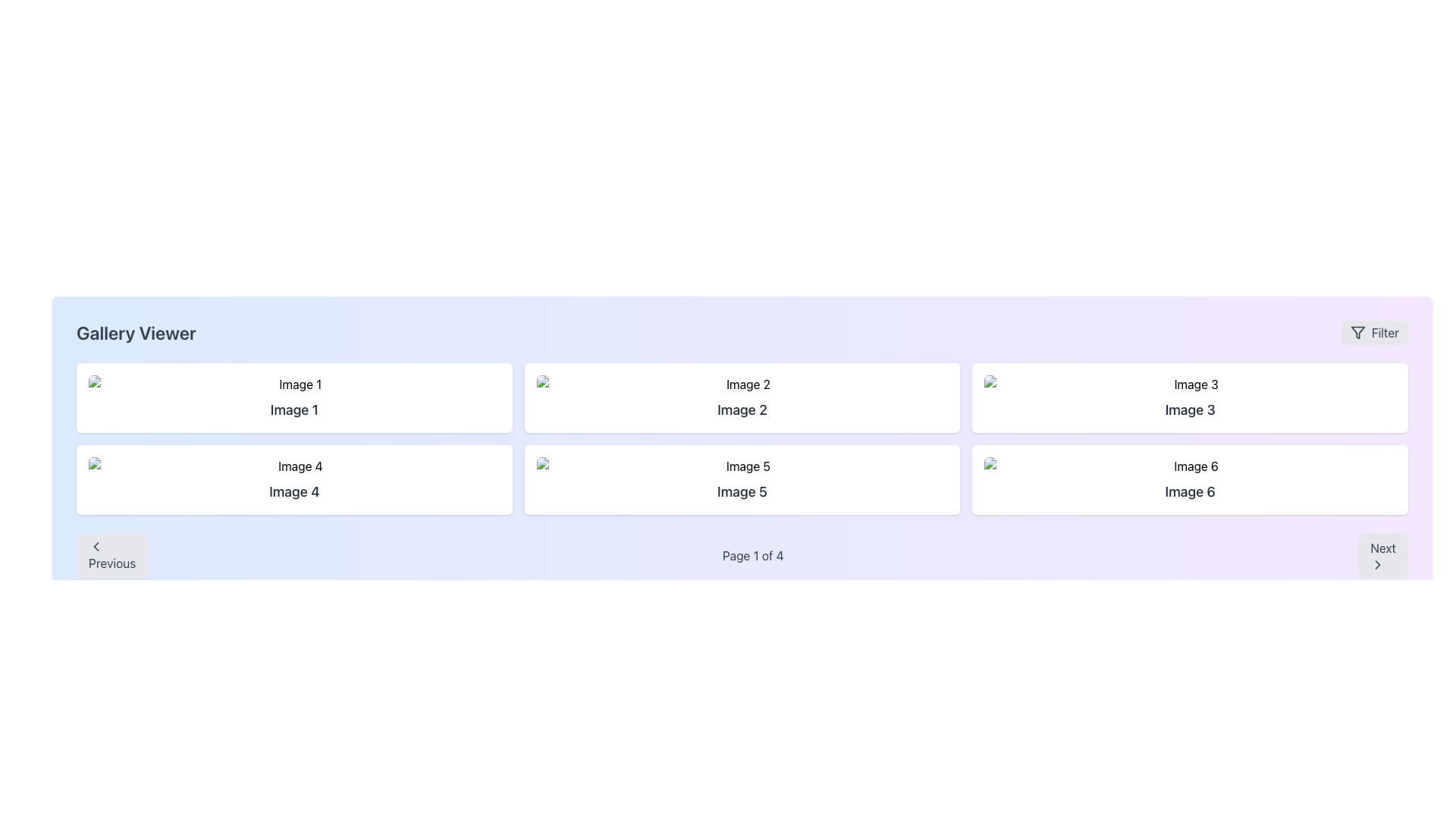  I want to click on the left-pointing chevron icon within the 'Previous' button, located at the lower-left region of the interface, so click(95, 547).